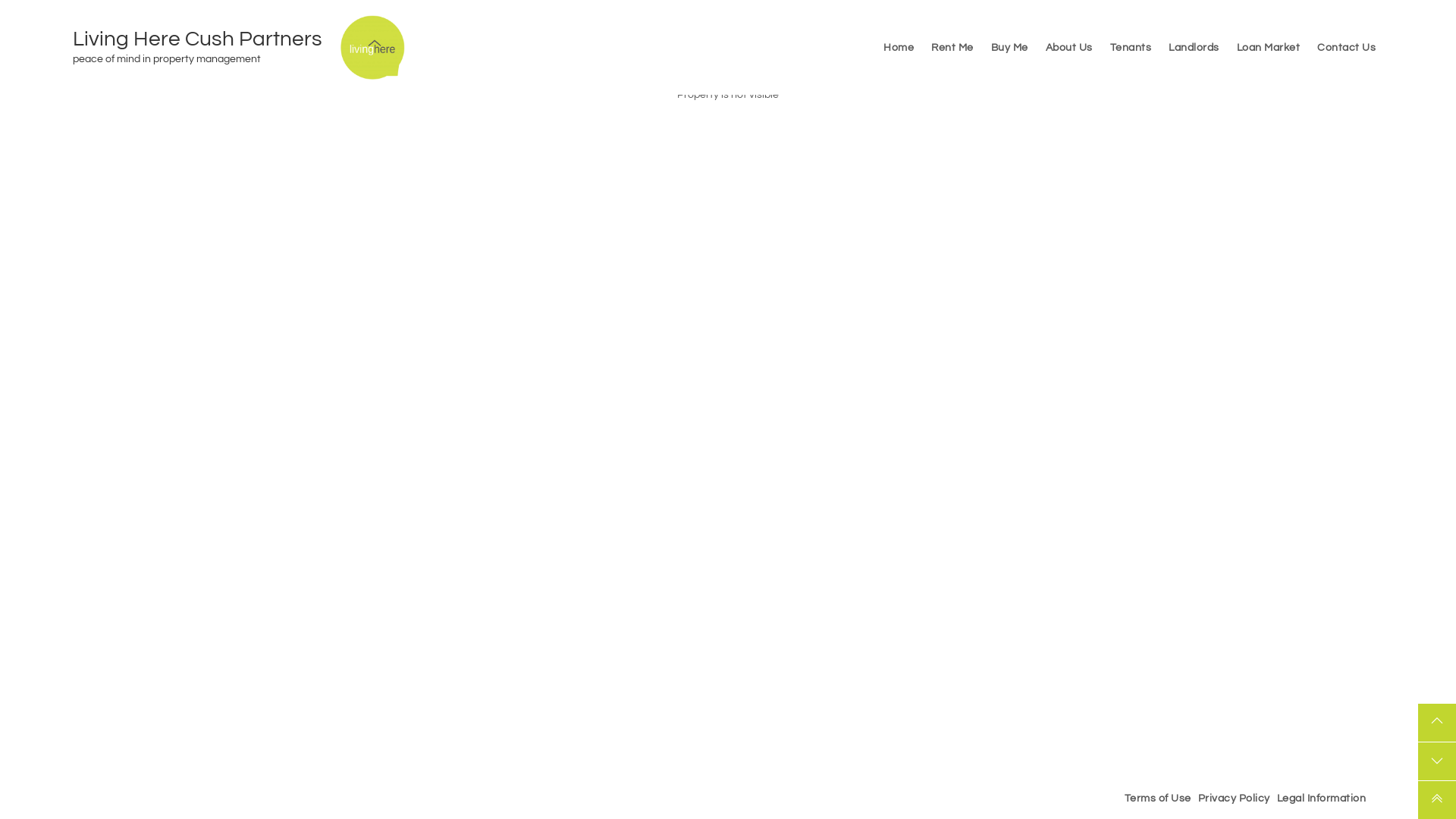 The height and width of the screenshot is (819, 1456). Describe the element at coordinates (1228, 45) in the screenshot. I see `'Loan Market'` at that location.